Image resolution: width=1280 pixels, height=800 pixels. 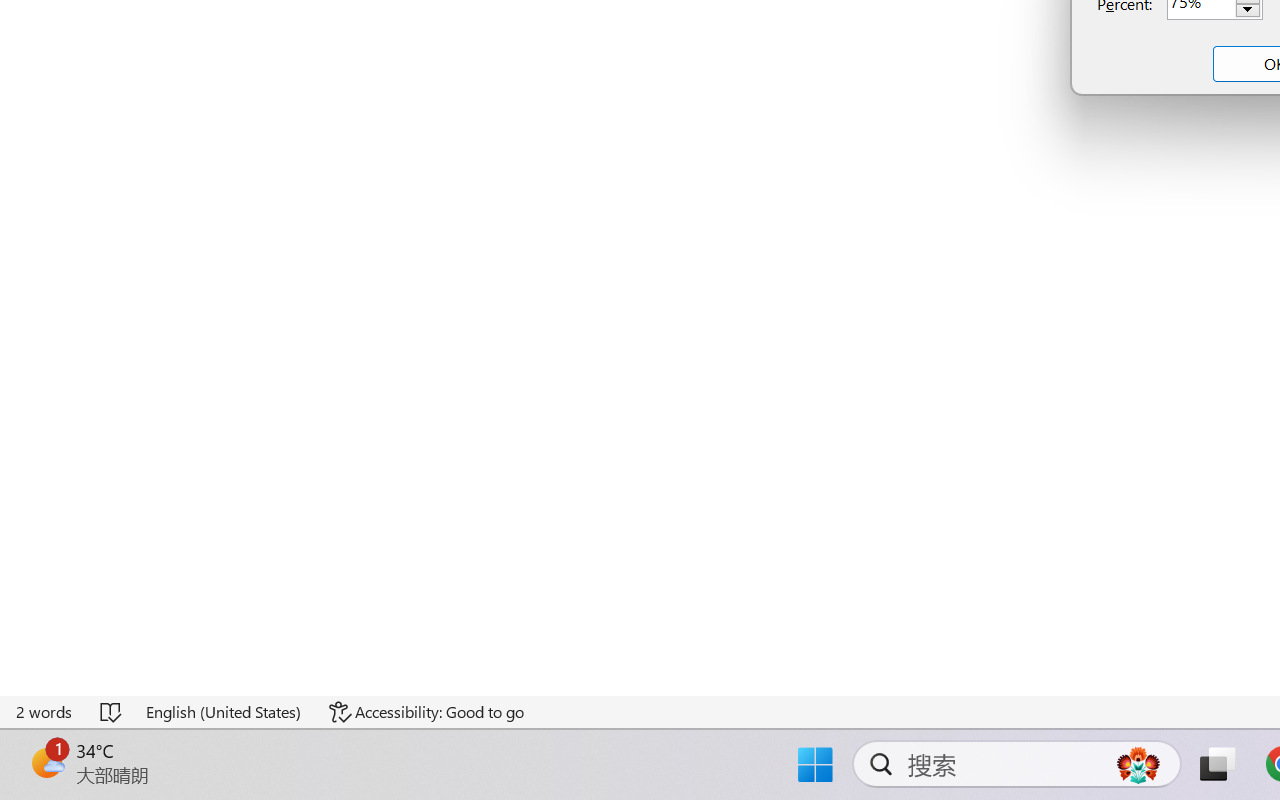 What do you see at coordinates (425, 711) in the screenshot?
I see `'Accessibility Checker Accessibility: Good to go'` at bounding box center [425, 711].